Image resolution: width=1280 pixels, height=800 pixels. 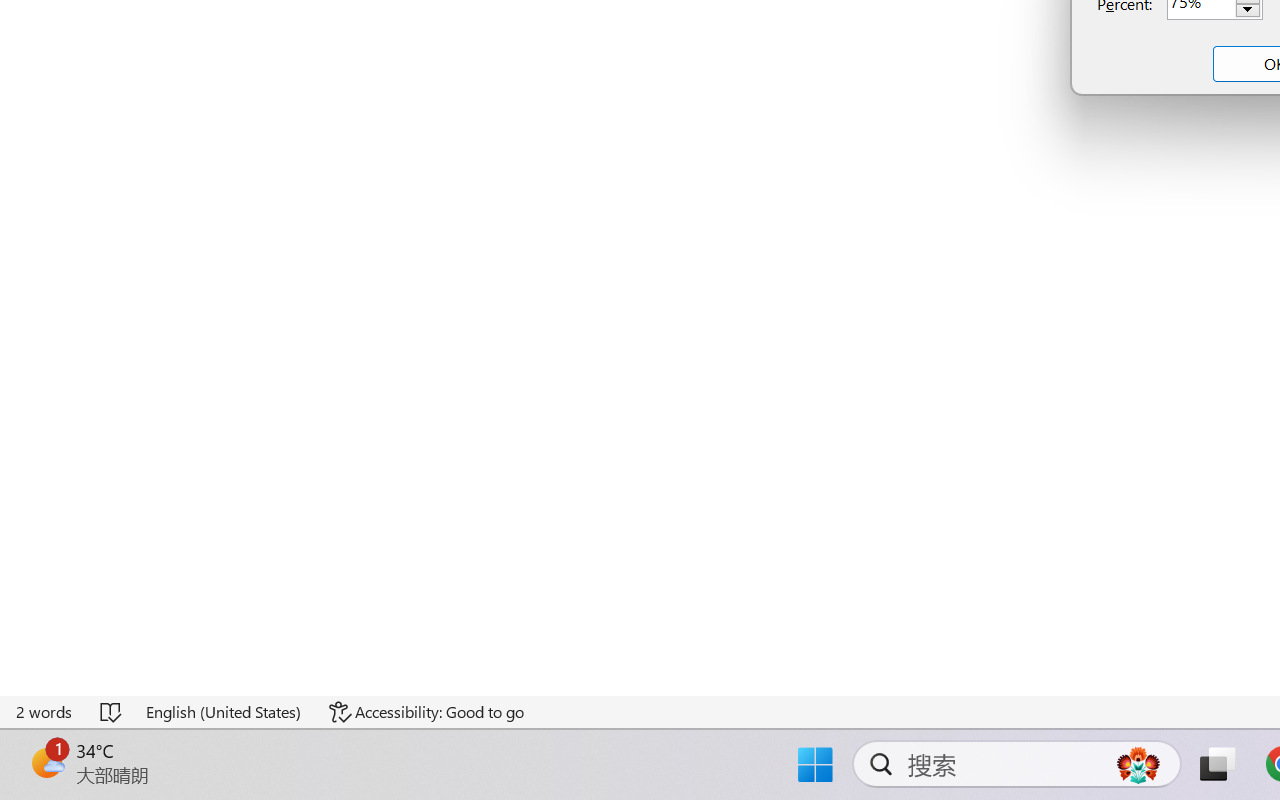 What do you see at coordinates (425, 711) in the screenshot?
I see `'Accessibility Checker Accessibility: Good to go'` at bounding box center [425, 711].